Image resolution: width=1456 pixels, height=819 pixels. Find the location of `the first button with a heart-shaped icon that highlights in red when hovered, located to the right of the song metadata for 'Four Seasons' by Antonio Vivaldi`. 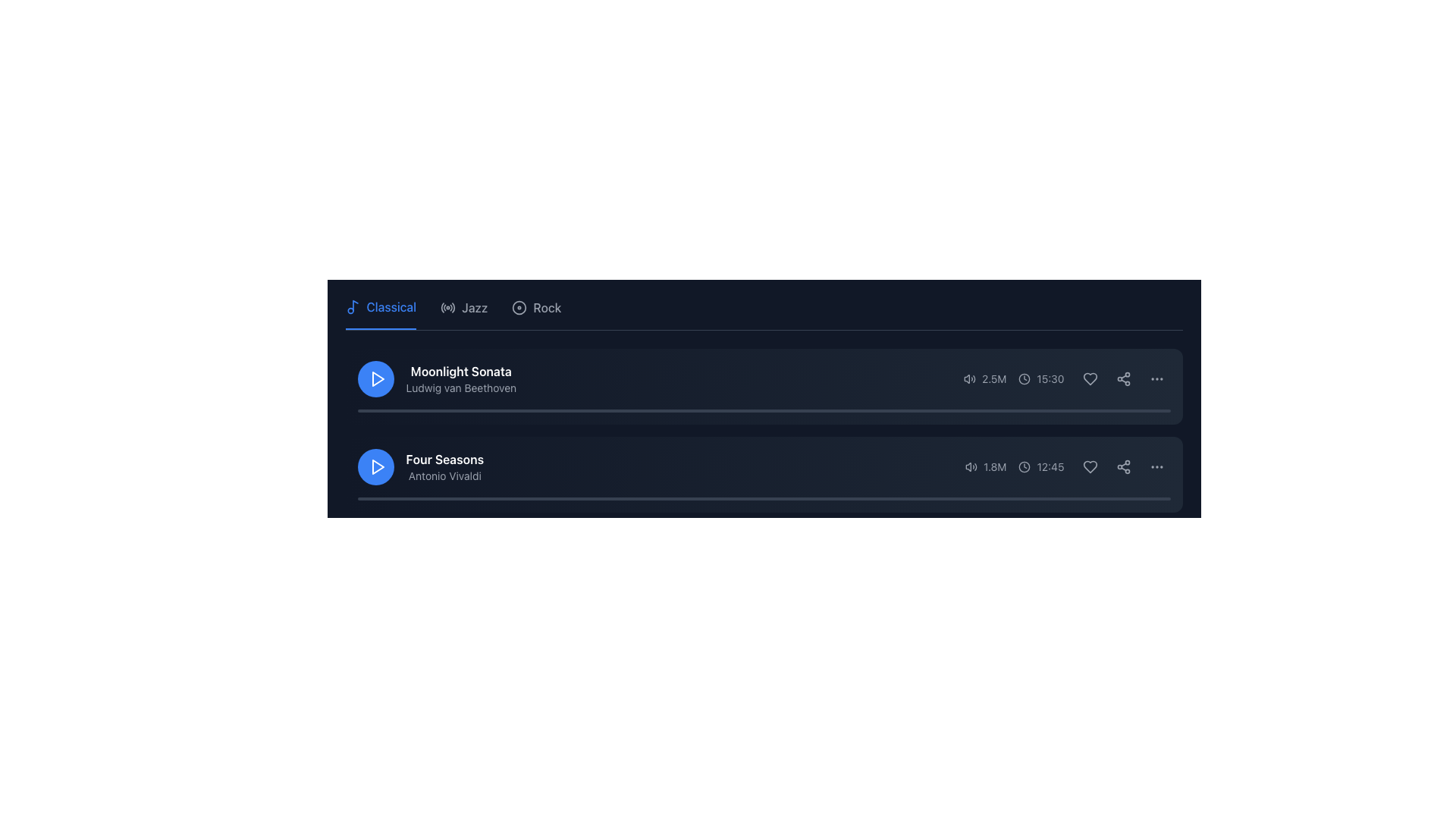

the first button with a heart-shaped icon that highlights in red when hovered, located to the right of the song metadata for 'Four Seasons' by Antonio Vivaldi is located at coordinates (1089, 466).